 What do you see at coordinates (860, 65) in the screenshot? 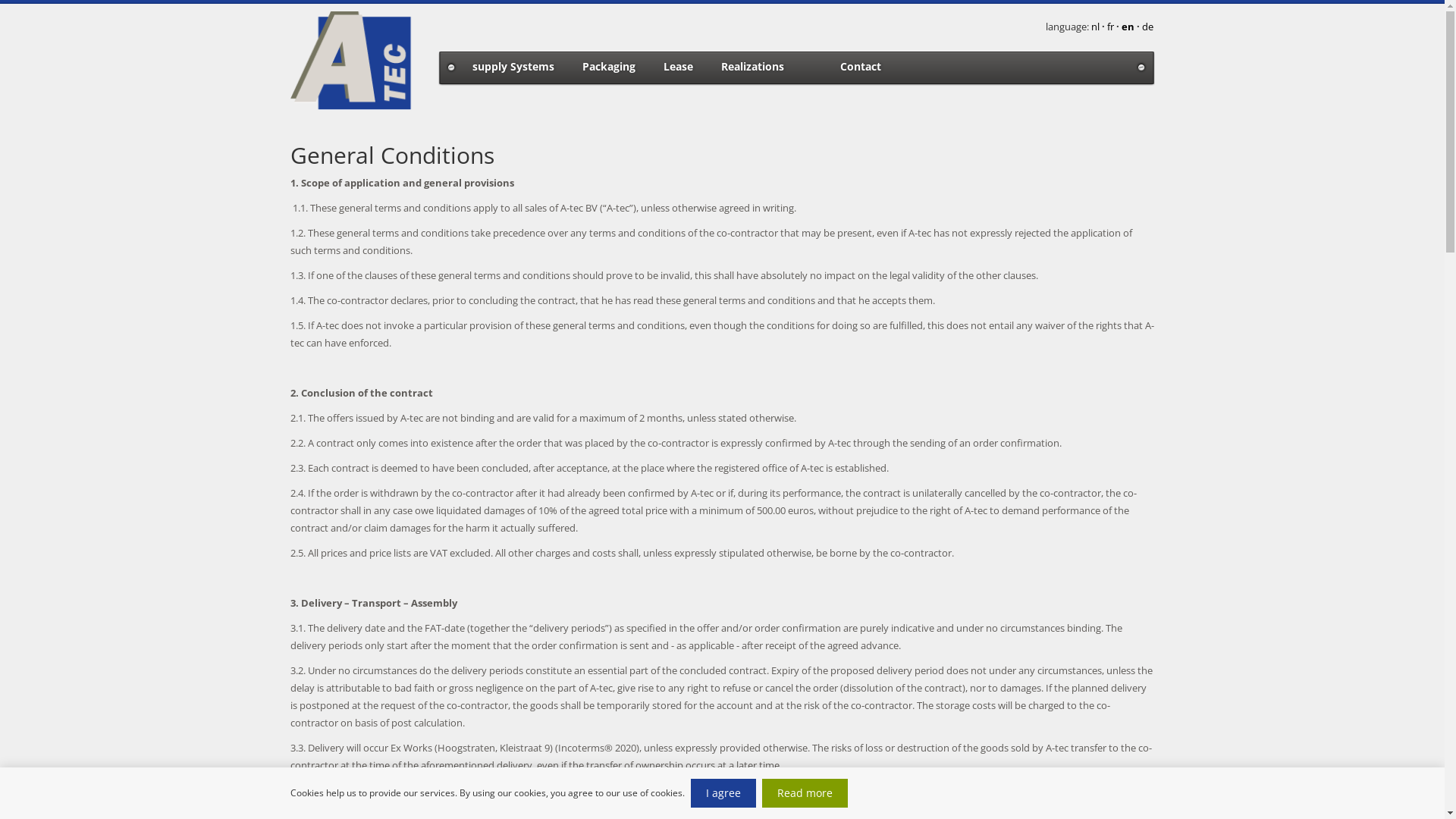
I see `'Contact'` at bounding box center [860, 65].